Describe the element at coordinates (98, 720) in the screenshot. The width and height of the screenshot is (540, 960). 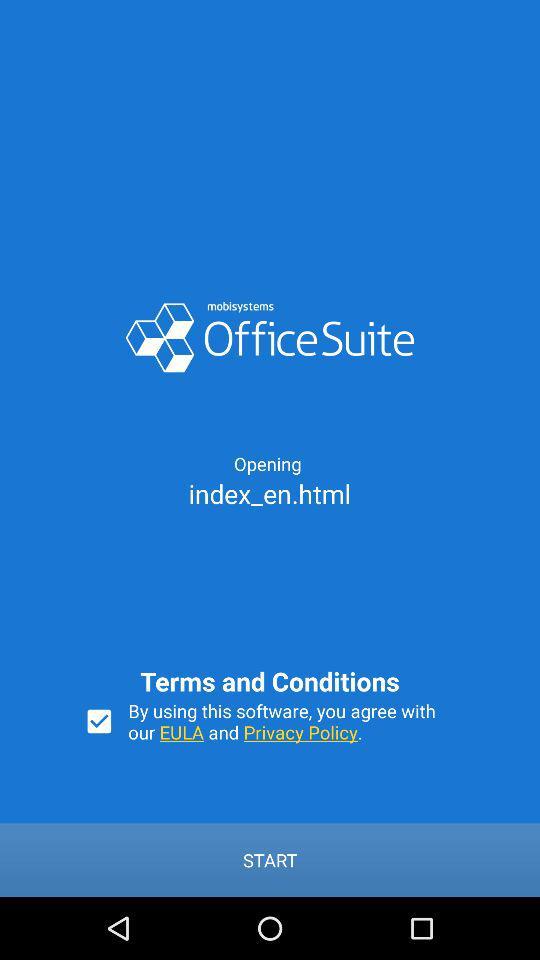
I see `the item at the bottom left corner` at that location.